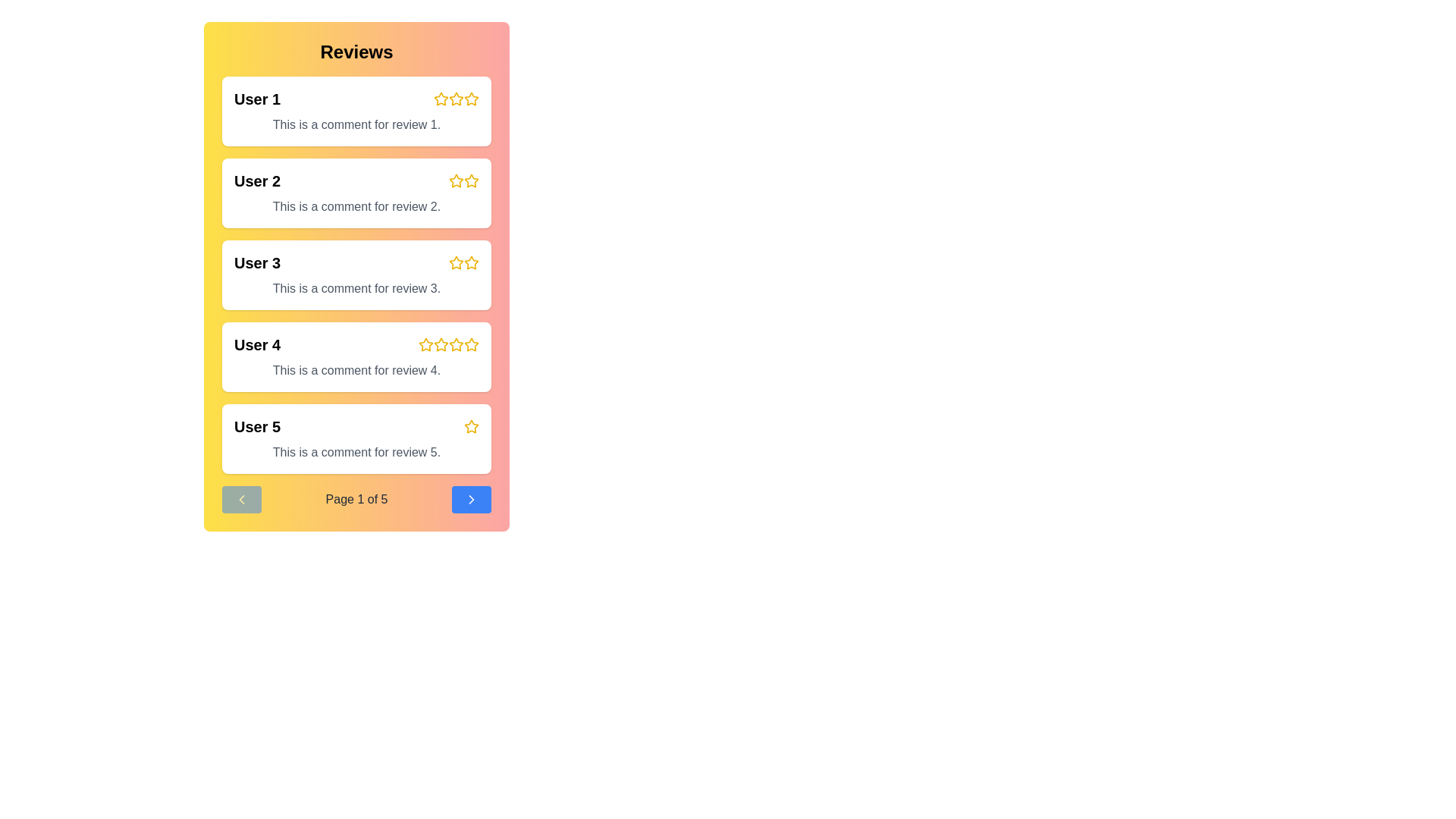  What do you see at coordinates (455, 262) in the screenshot?
I see `the third star-shaped rating icon outlined in yellow` at bounding box center [455, 262].